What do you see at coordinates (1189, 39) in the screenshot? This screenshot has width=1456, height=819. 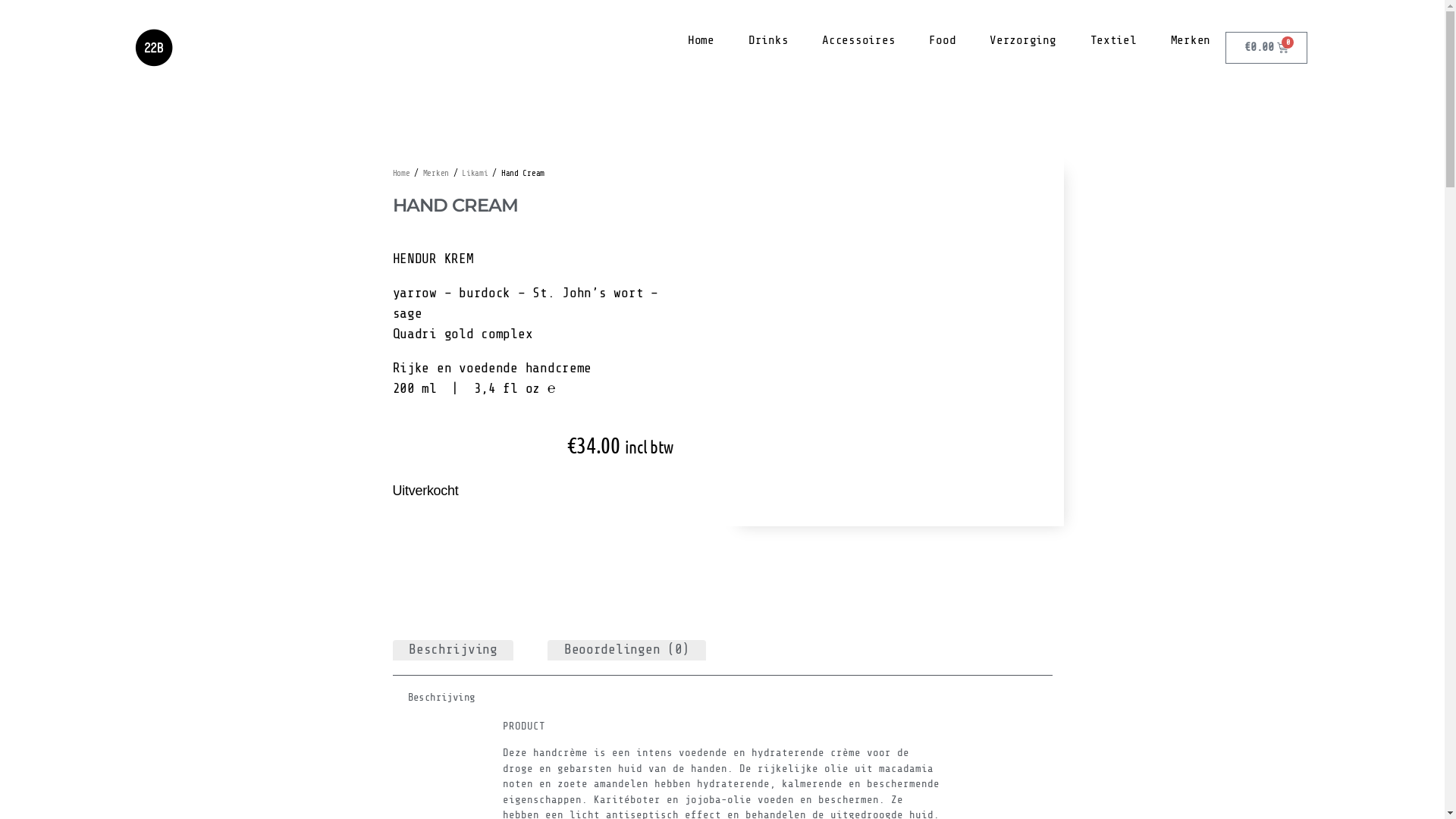 I see `'Merken'` at bounding box center [1189, 39].